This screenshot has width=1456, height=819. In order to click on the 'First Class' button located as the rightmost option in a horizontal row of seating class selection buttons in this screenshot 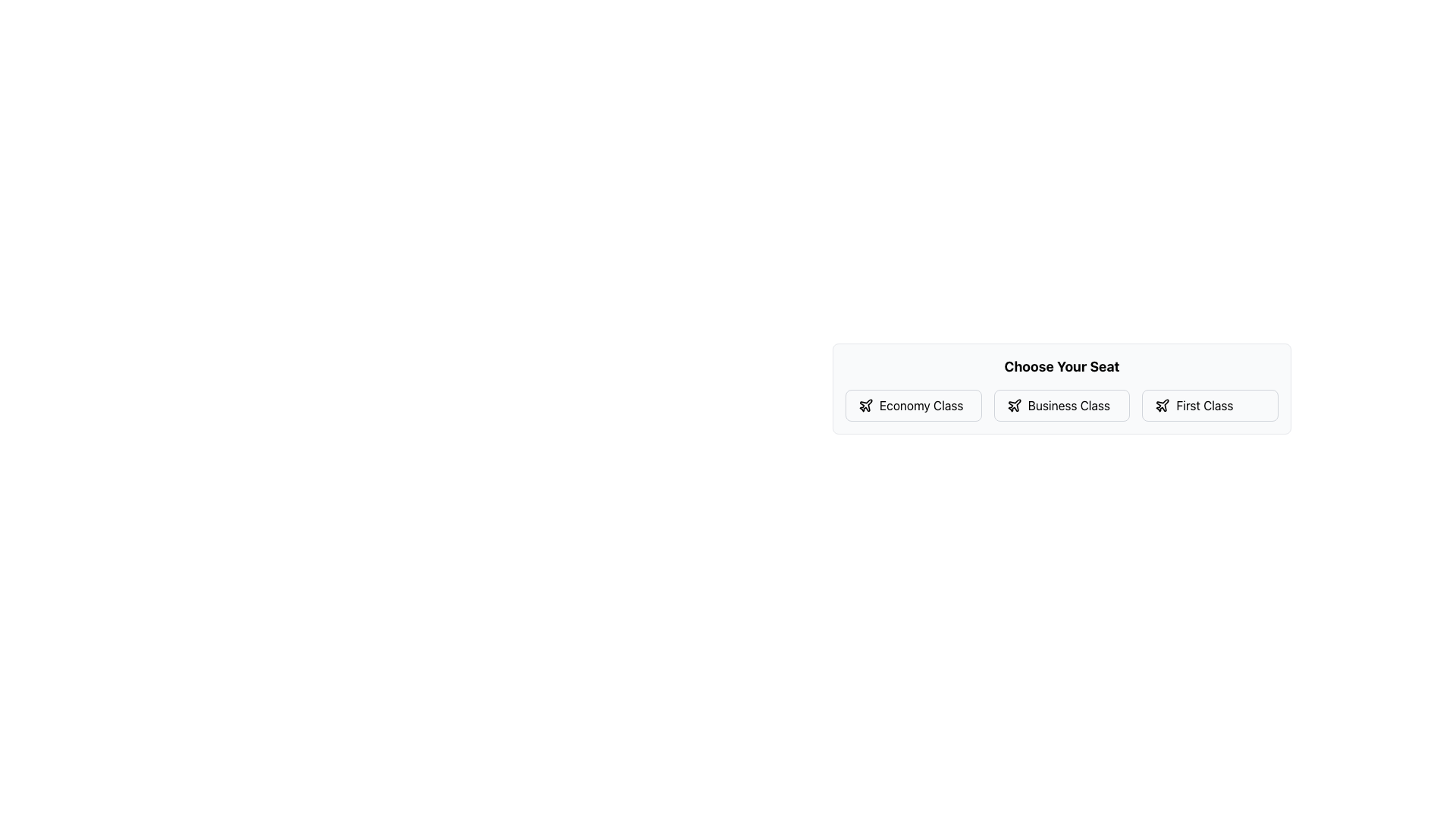, I will do `click(1210, 405)`.